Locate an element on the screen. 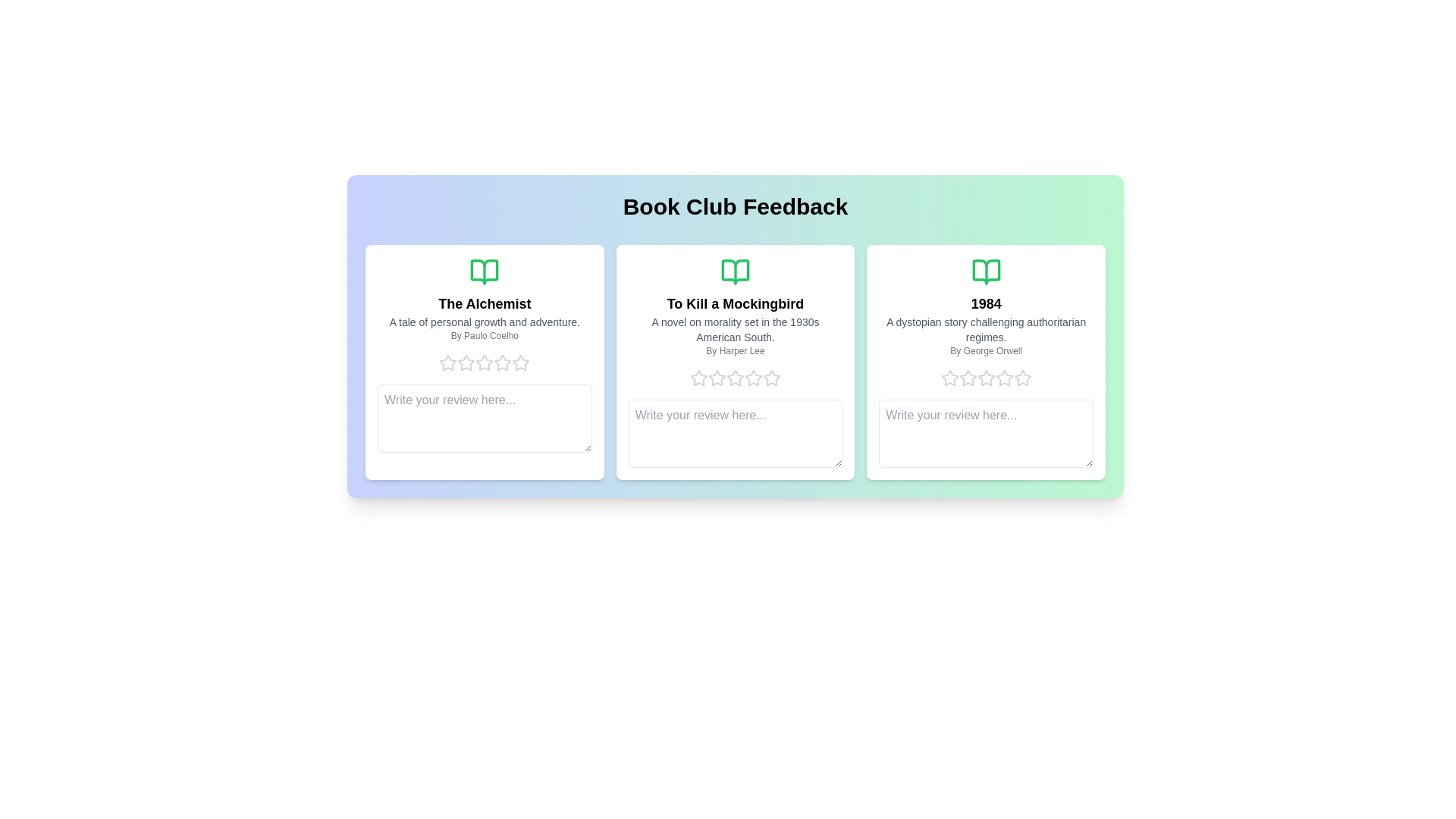 The height and width of the screenshot is (819, 1456). the fourth star icon button for rating, located below the title 'The Alchemist' is located at coordinates (503, 362).